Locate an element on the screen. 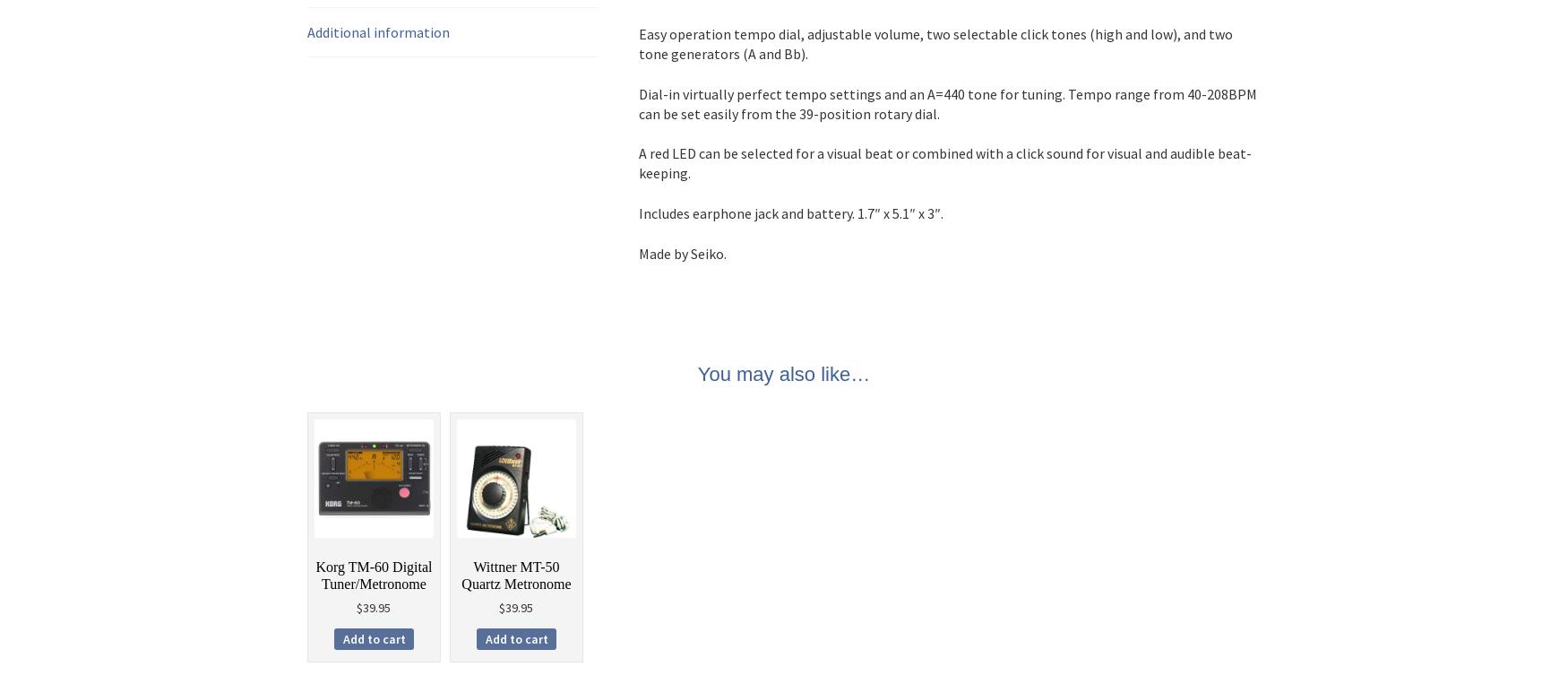  'Wittner MT-50 Quartz Metronome' is located at coordinates (515, 574).